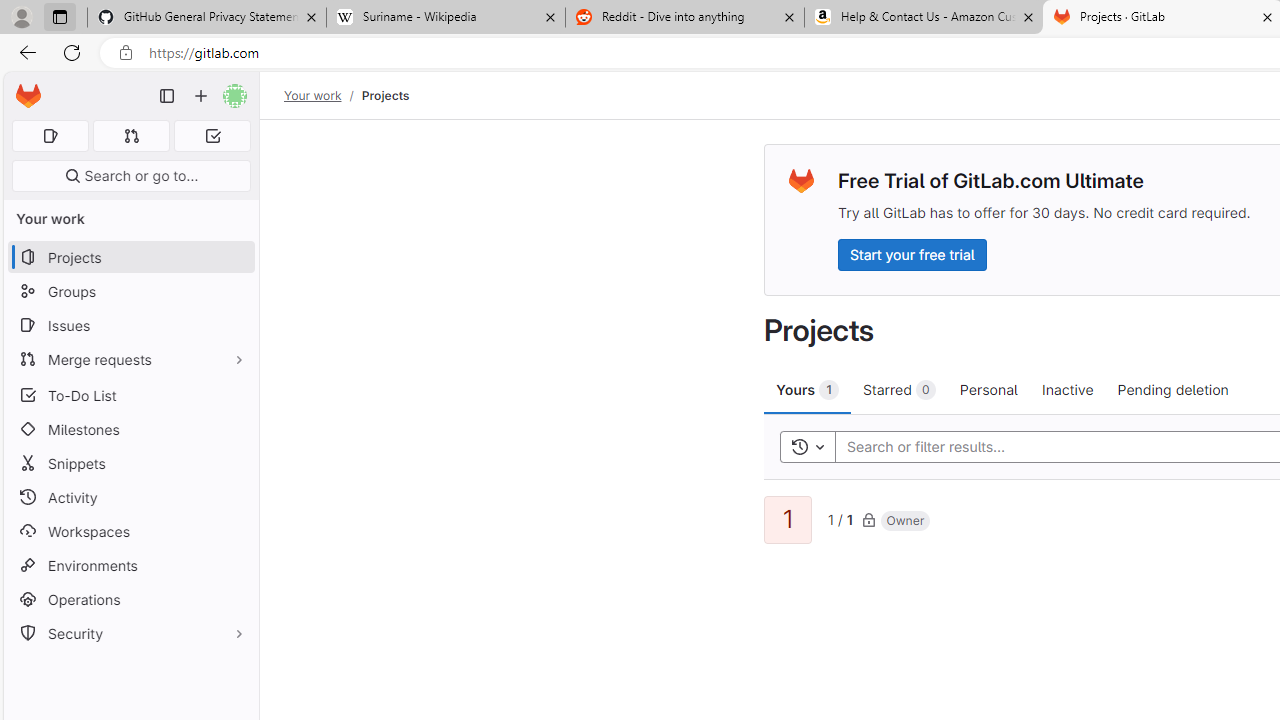 This screenshot has height=720, width=1280. Describe the element at coordinates (444, 17) in the screenshot. I see `'Suriname - Wikipedia'` at that location.